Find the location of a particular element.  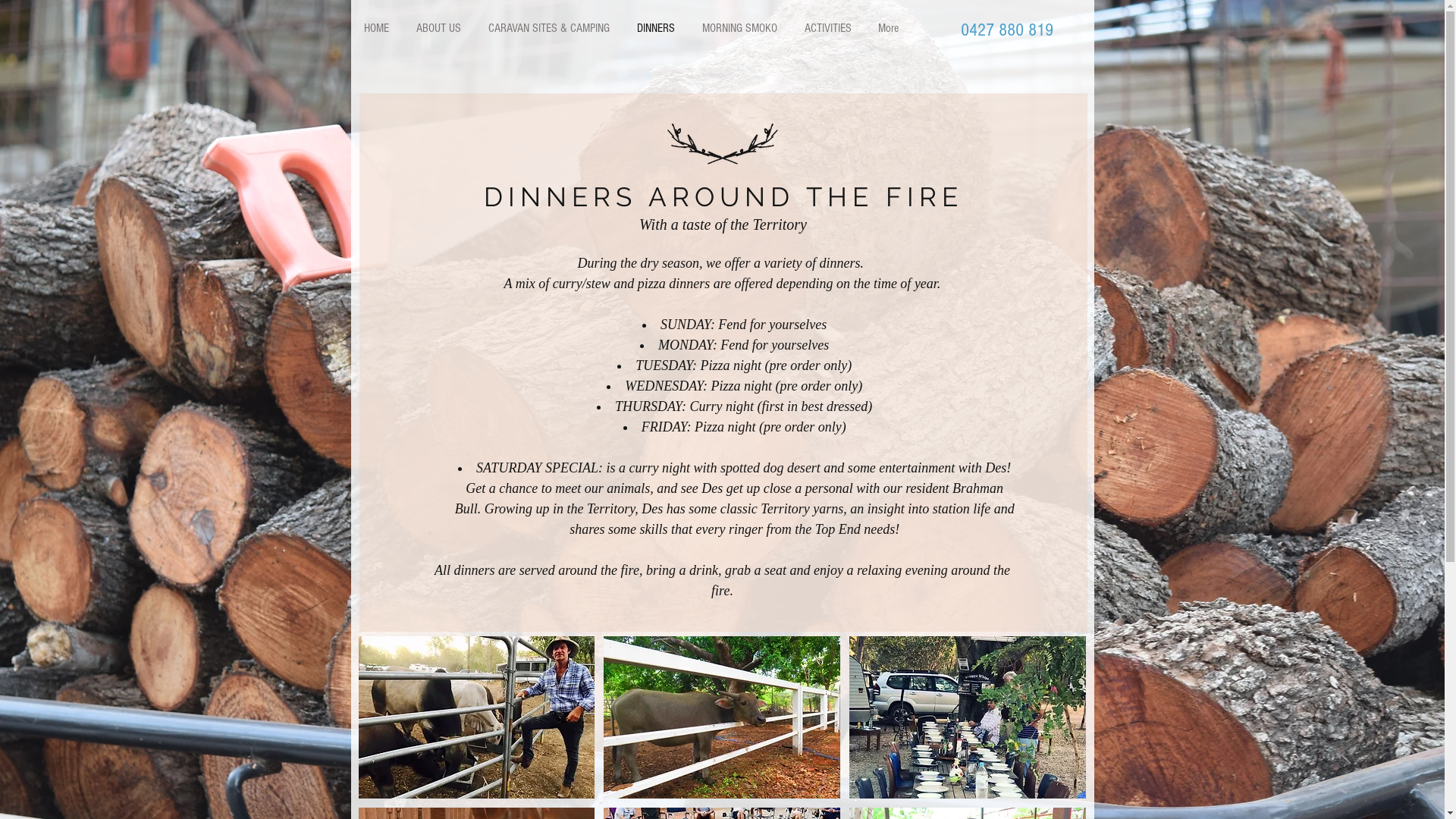

'DINNERS' is located at coordinates (655, 28).